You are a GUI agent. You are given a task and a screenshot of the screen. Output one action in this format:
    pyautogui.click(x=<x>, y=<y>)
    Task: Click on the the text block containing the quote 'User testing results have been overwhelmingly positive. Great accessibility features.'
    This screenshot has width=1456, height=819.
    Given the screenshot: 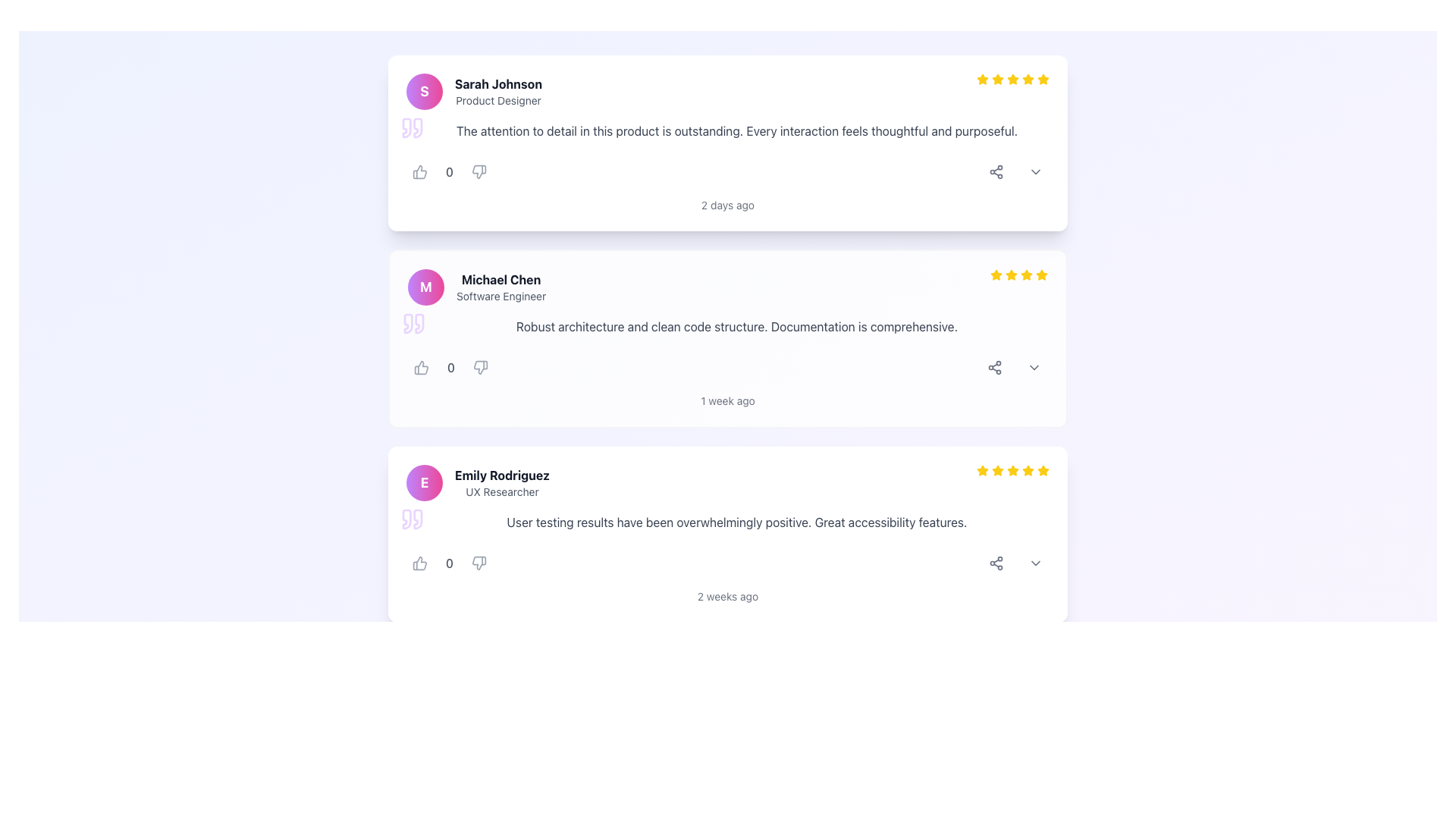 What is the action you would take?
    pyautogui.click(x=728, y=522)
    